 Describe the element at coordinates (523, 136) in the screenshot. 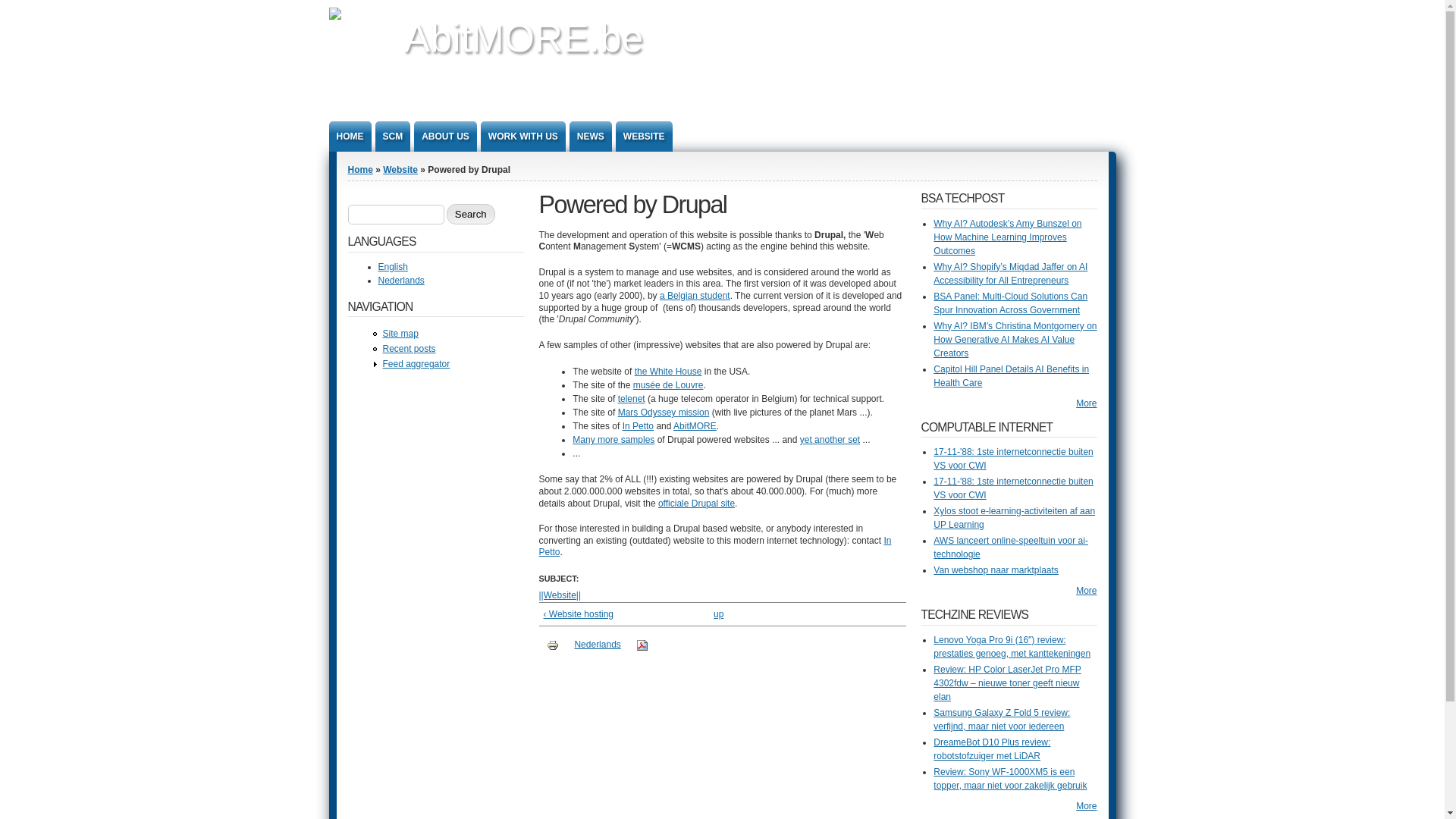

I see `'WORK WITH US'` at that location.